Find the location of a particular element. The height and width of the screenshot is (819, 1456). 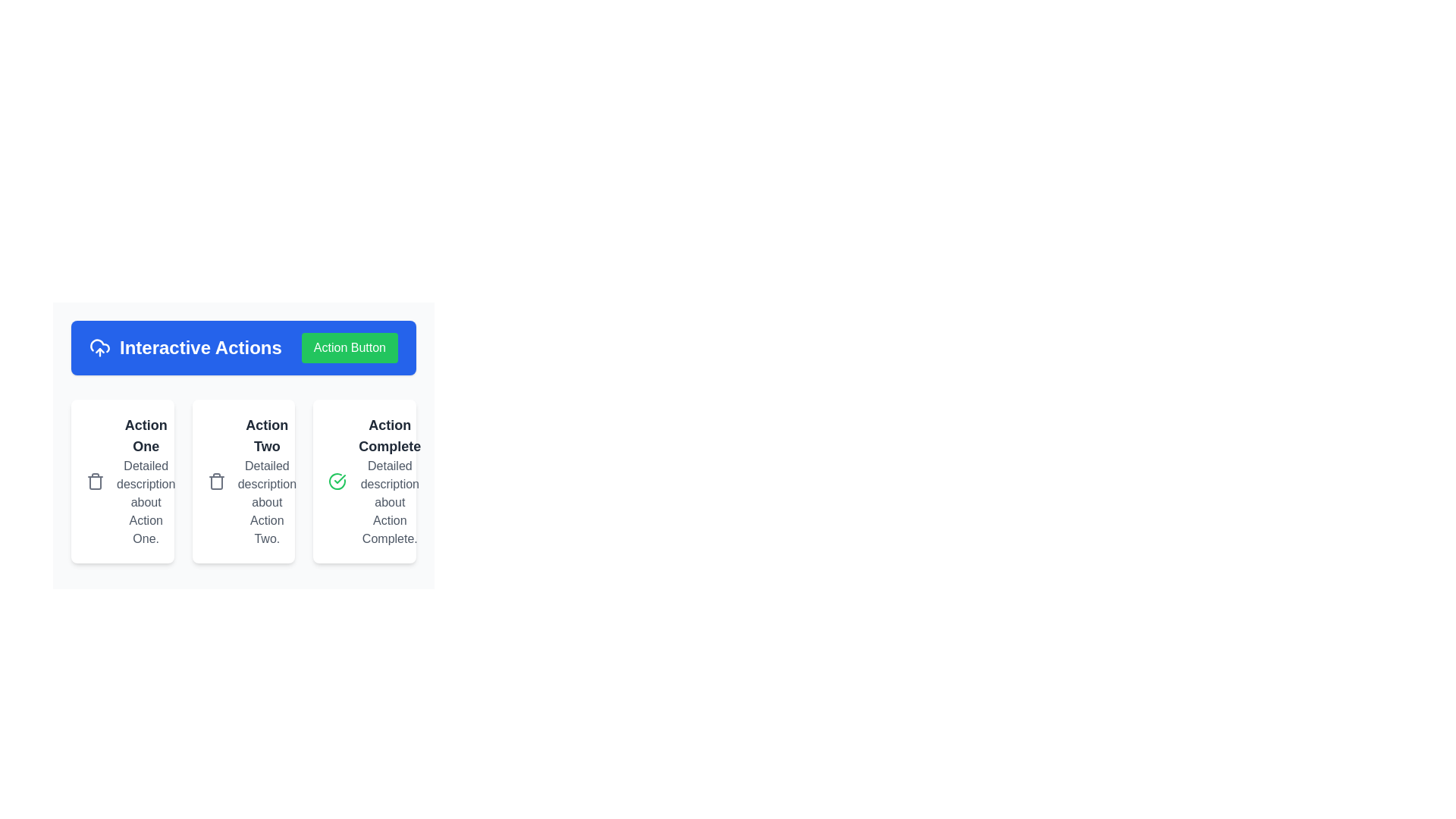

the delete icon located in the top-left corner of the 'Action Two' card, which signifies a 'delete' or 'remove' action is located at coordinates (215, 482).